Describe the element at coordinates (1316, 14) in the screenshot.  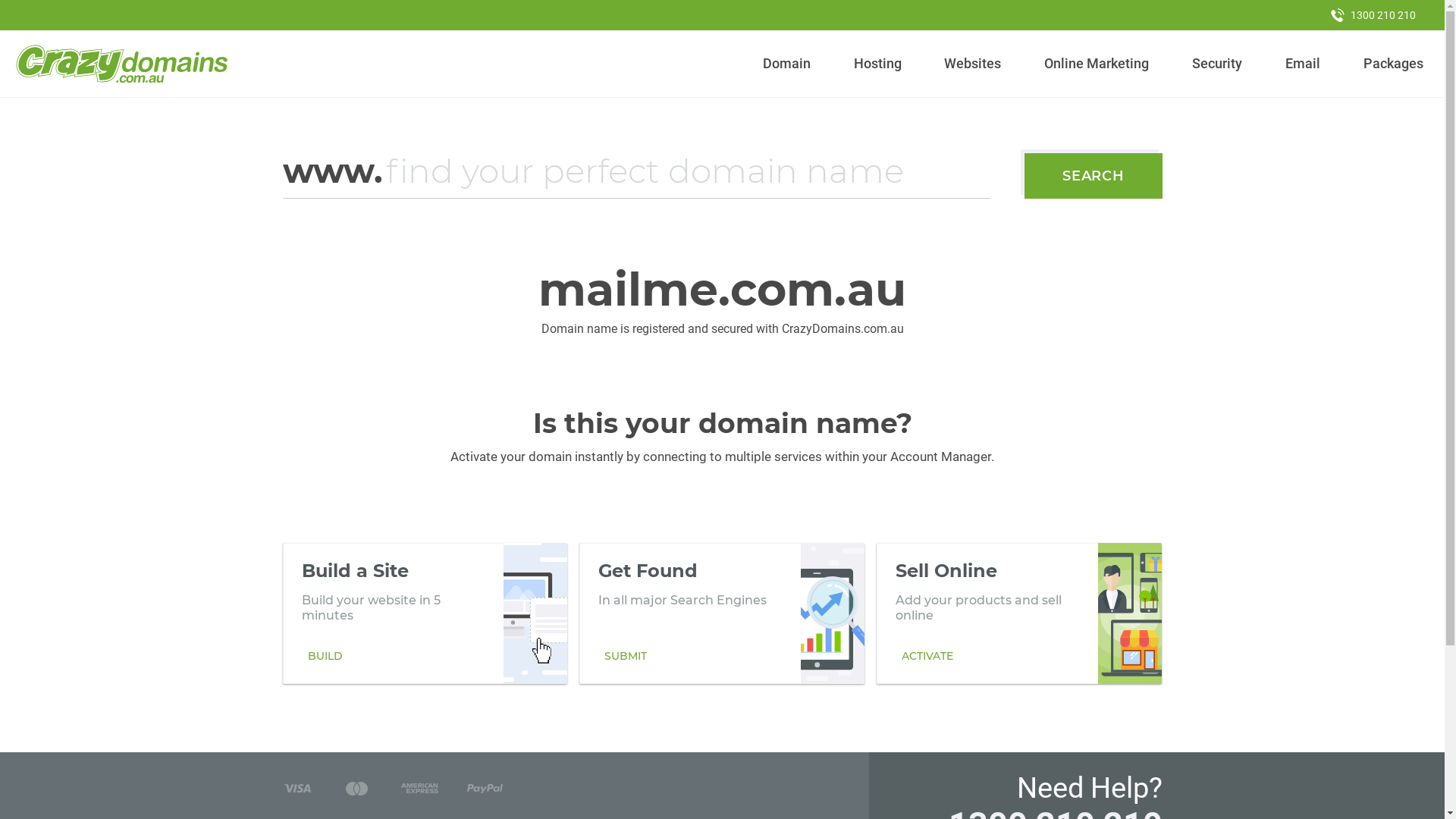
I see `'1300 210 210'` at that location.